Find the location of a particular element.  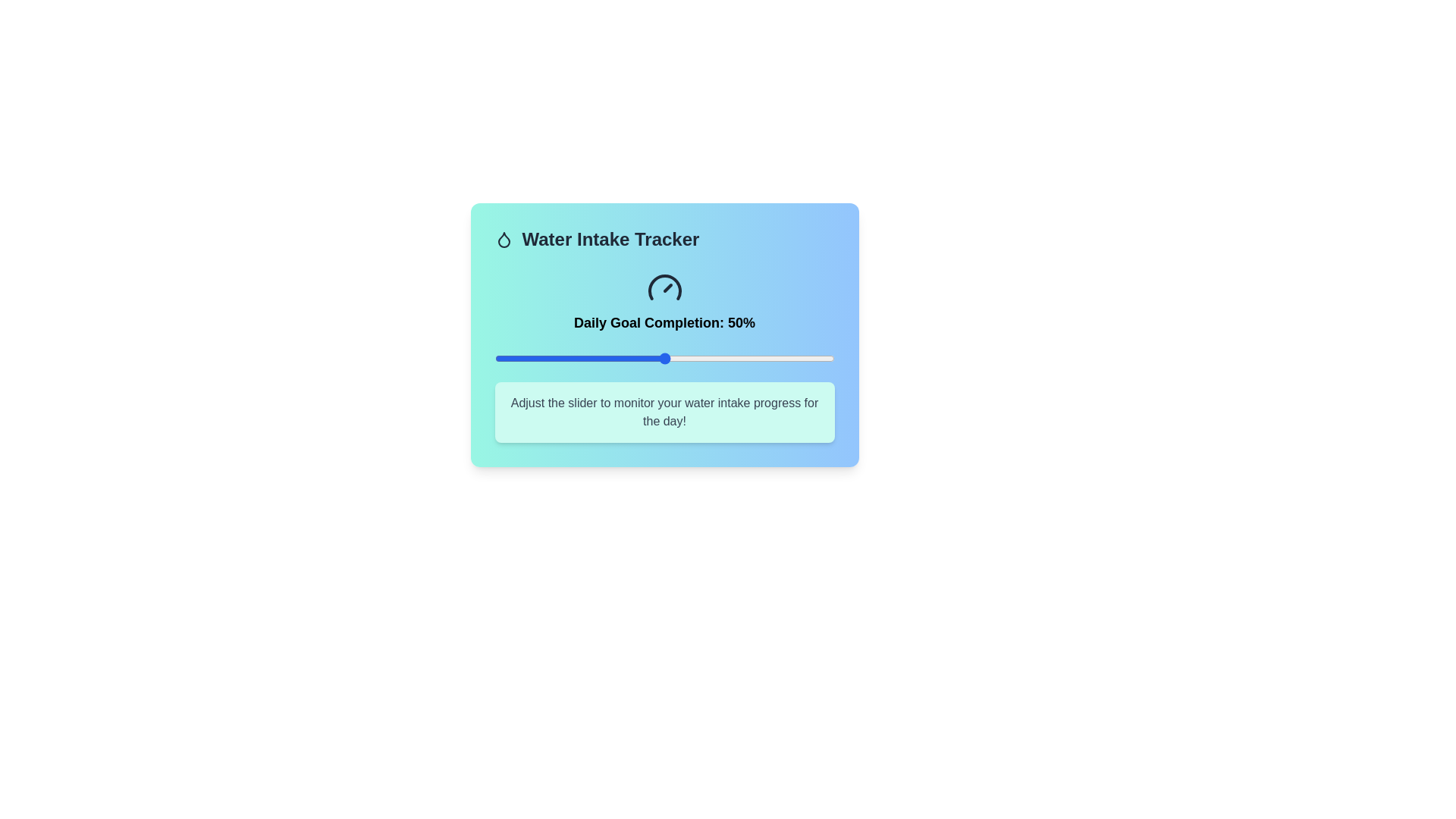

the slider to set the water intake percentage to 97% is located at coordinates (824, 359).